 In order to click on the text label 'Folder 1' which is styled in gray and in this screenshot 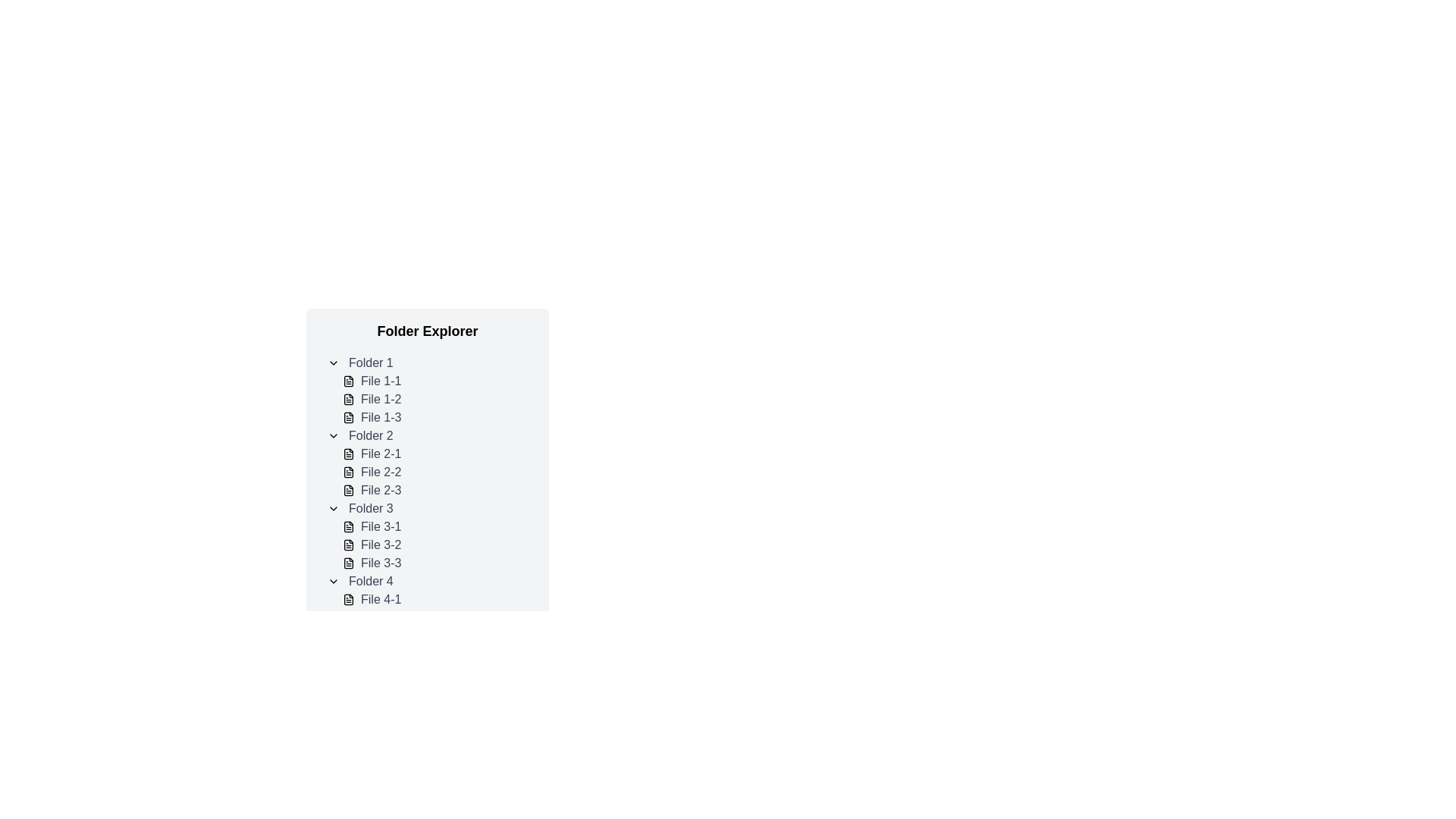, I will do `click(371, 362)`.